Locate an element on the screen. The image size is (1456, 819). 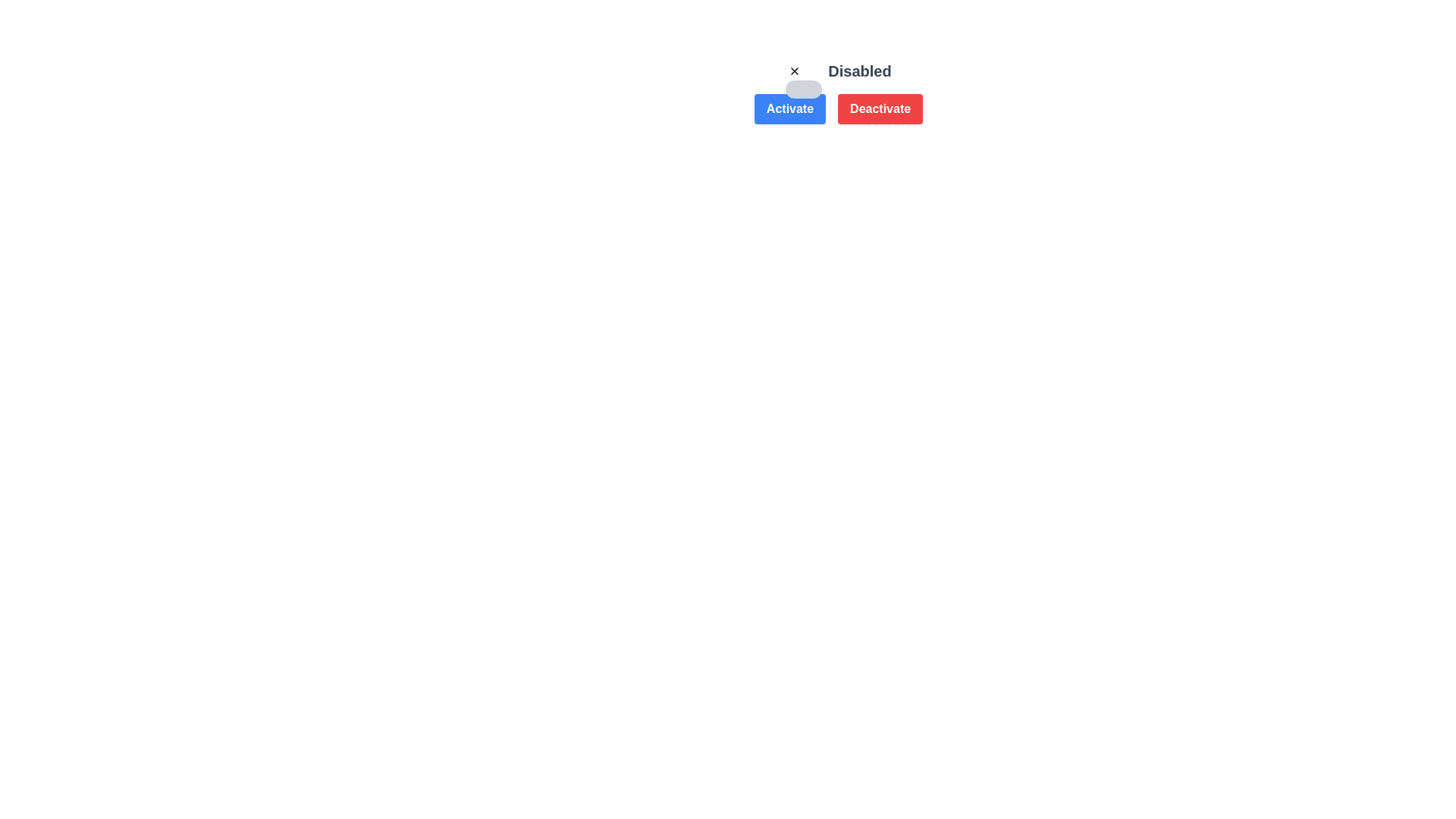
the close, cancel, or clear icon located near the top left area of the interface, above the 'Activate' and 'Deactivate' buttons, adjacent to the 'Disabled' label is located at coordinates (794, 71).